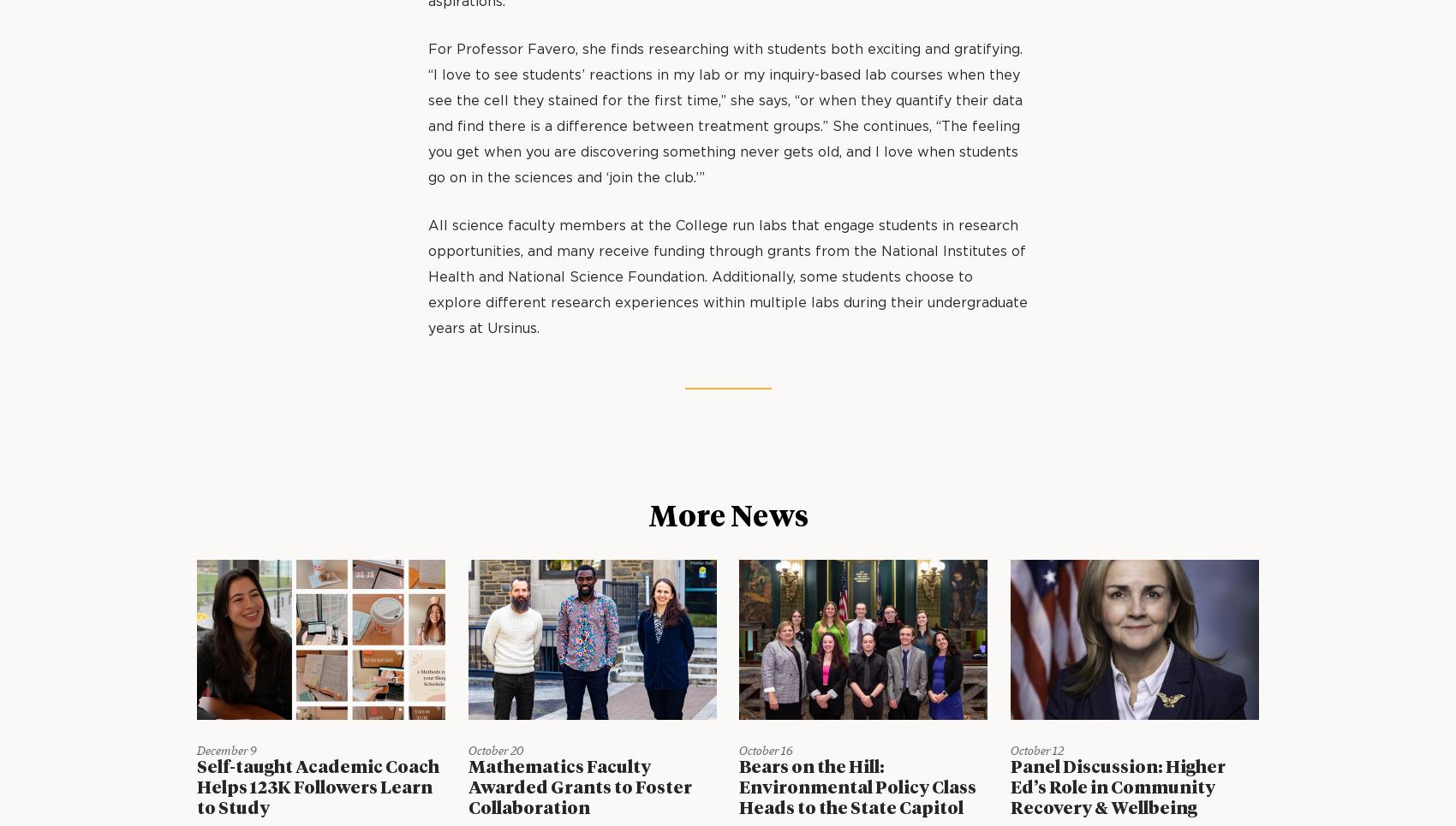 The width and height of the screenshot is (1456, 826). What do you see at coordinates (579, 787) in the screenshot?
I see `'Mathematics Faculty Awarded Grants to Foster Collaboration'` at bounding box center [579, 787].